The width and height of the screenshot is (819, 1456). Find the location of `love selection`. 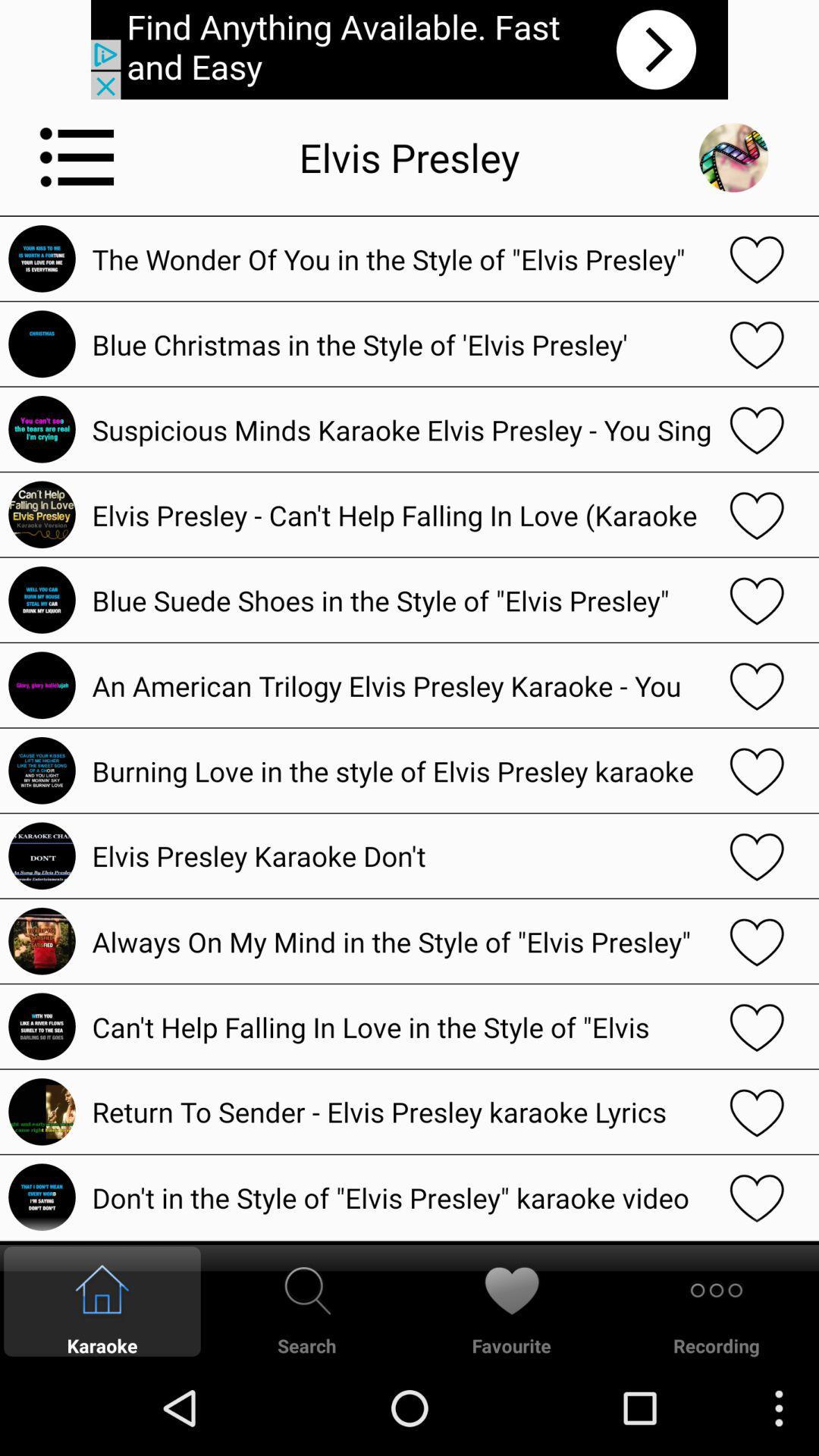

love selection is located at coordinates (757, 684).